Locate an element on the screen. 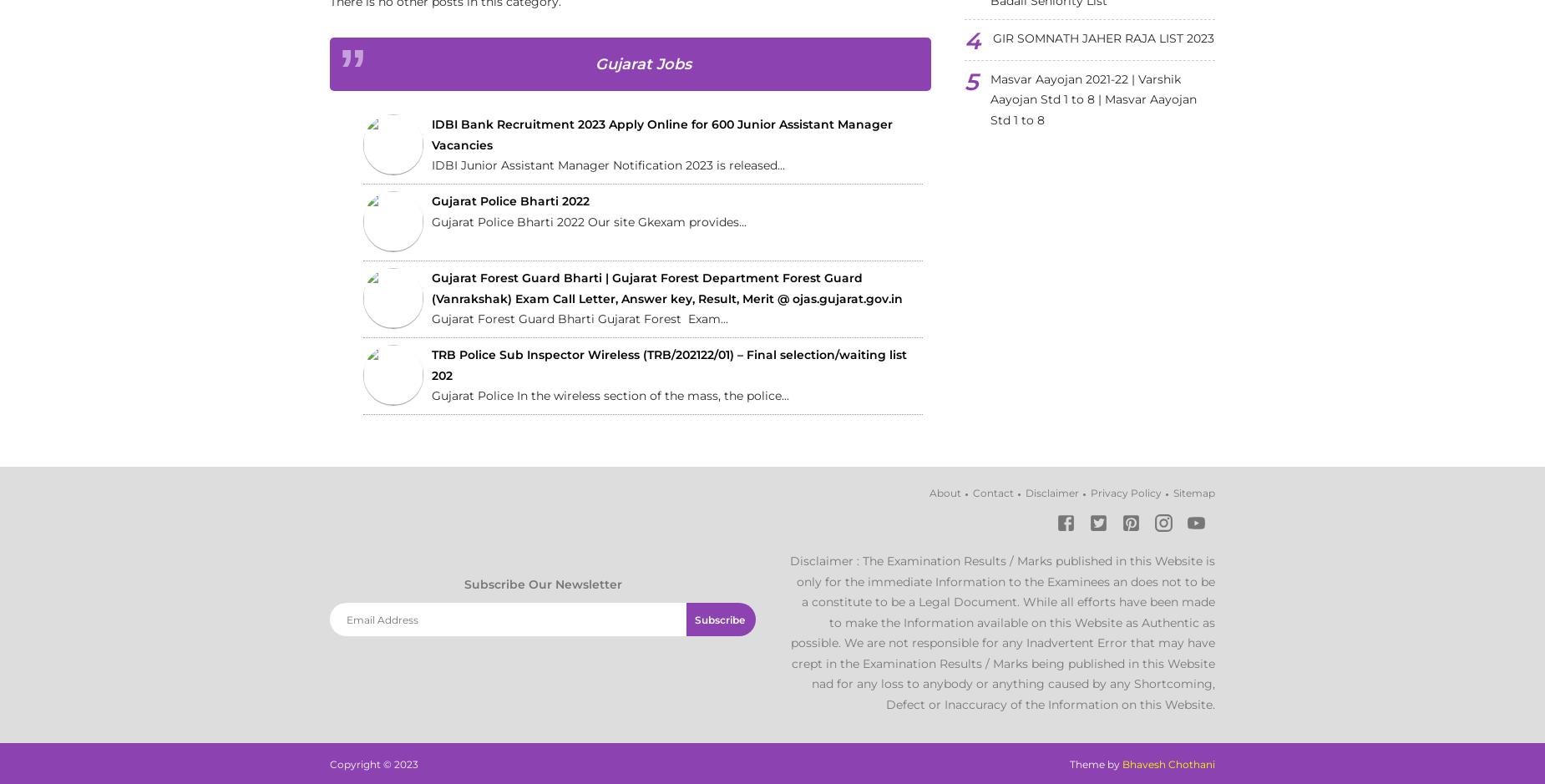  'TRB Police Sub Inspector Wireless (TRB/202122/01) – Final selection/waiting list 202' is located at coordinates (669, 365).